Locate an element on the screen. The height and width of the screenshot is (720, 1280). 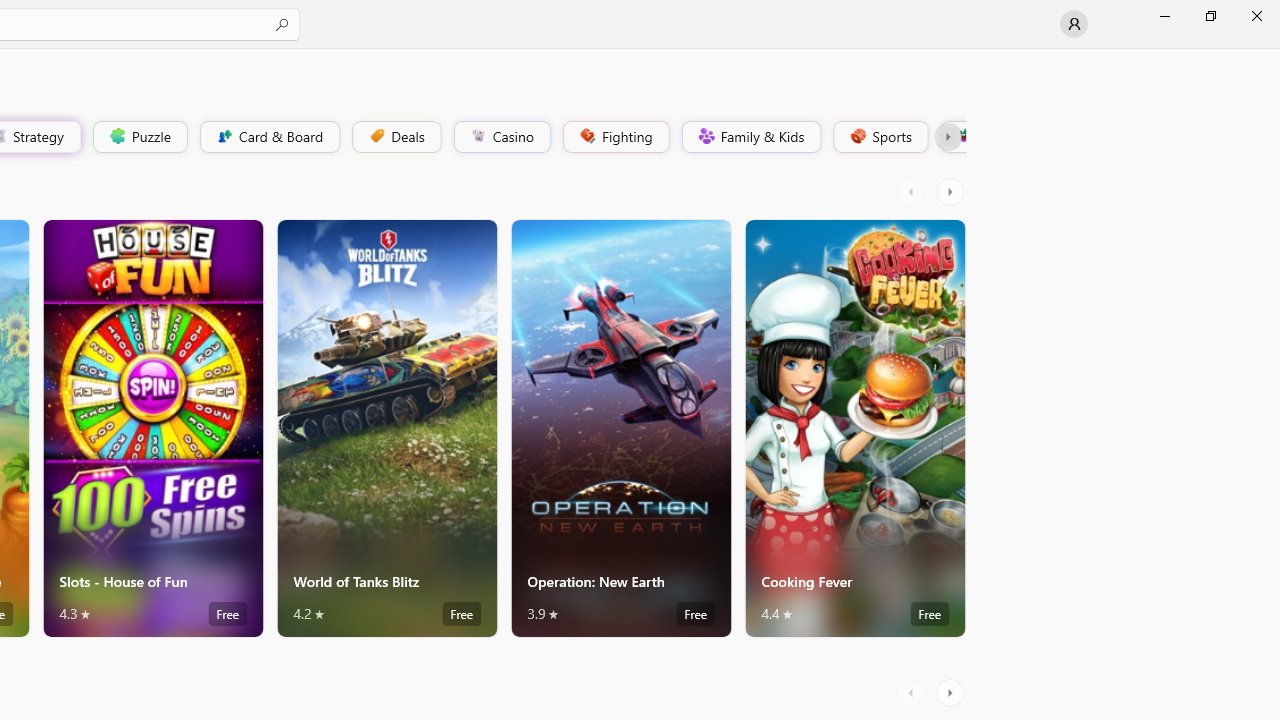
'Minimize Microsoft Store' is located at coordinates (1164, 15).